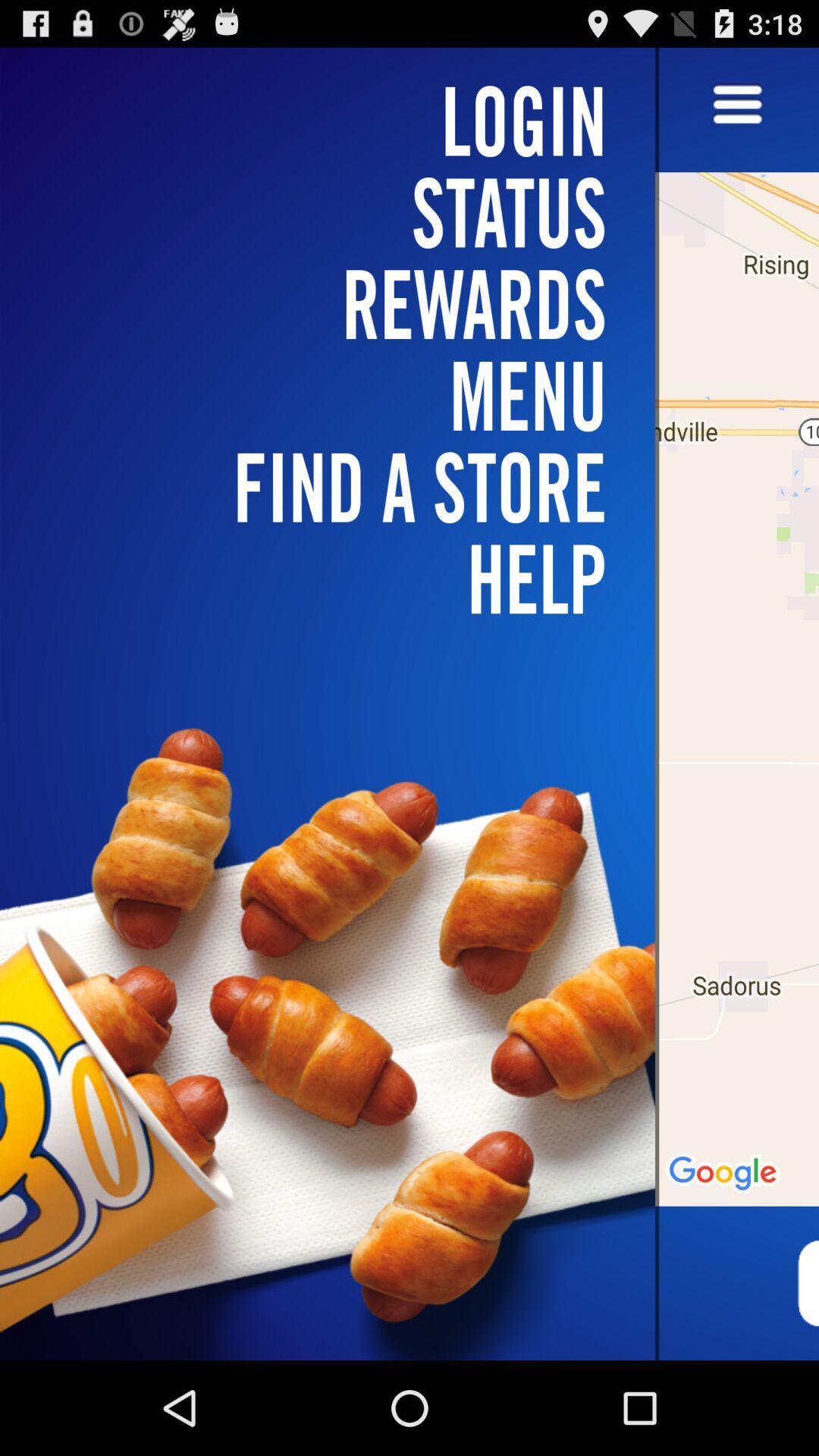  I want to click on open menu, so click(736, 105).